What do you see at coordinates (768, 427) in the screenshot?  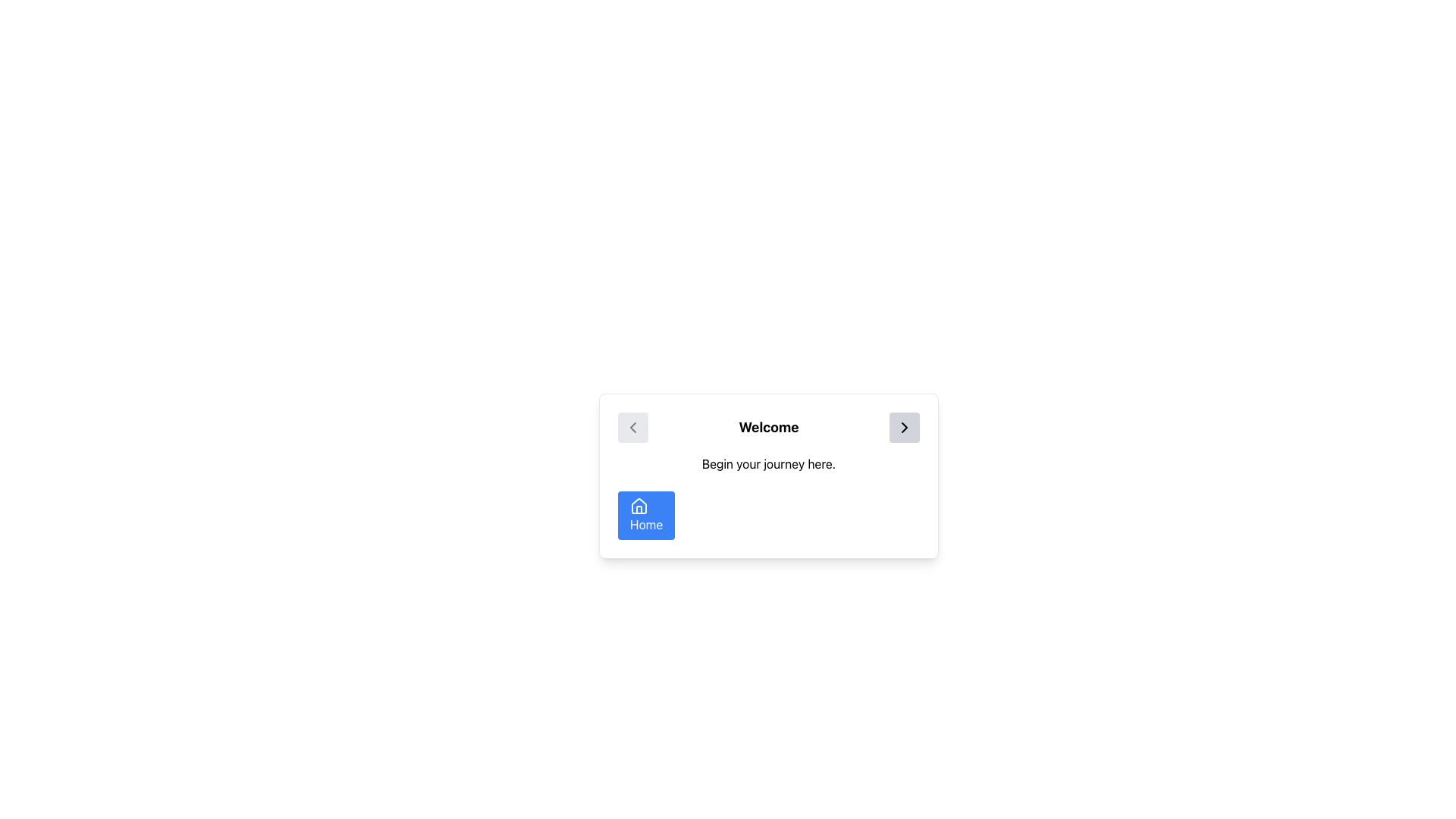 I see `the Navigational Header with the bold 'Welcome' text and chevron icons to highlight it` at bounding box center [768, 427].